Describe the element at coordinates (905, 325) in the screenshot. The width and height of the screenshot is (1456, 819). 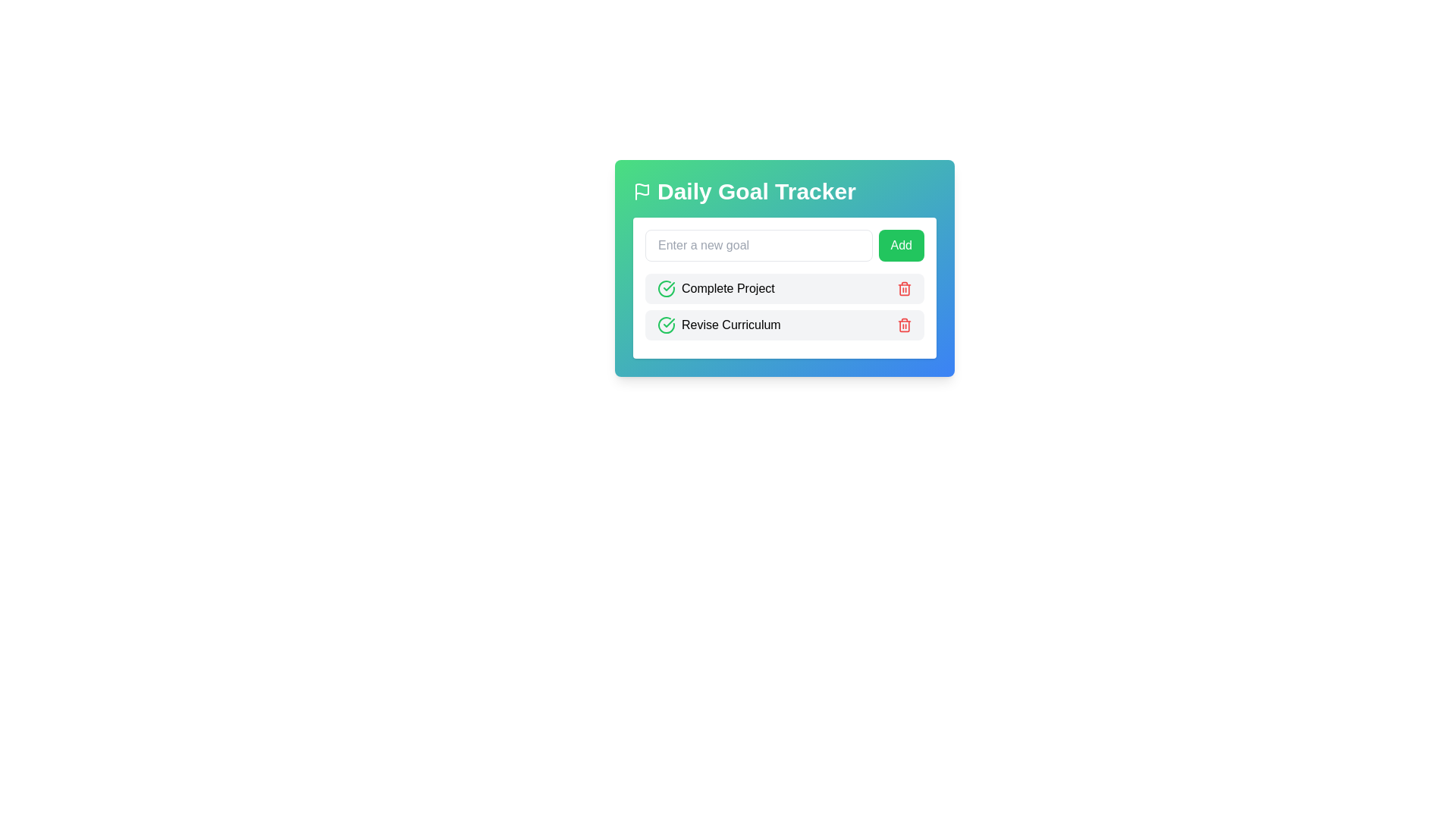
I see `the vertical rectangular graphical icon resembling the side of a trash can frame, located within the trash can icon group` at that location.